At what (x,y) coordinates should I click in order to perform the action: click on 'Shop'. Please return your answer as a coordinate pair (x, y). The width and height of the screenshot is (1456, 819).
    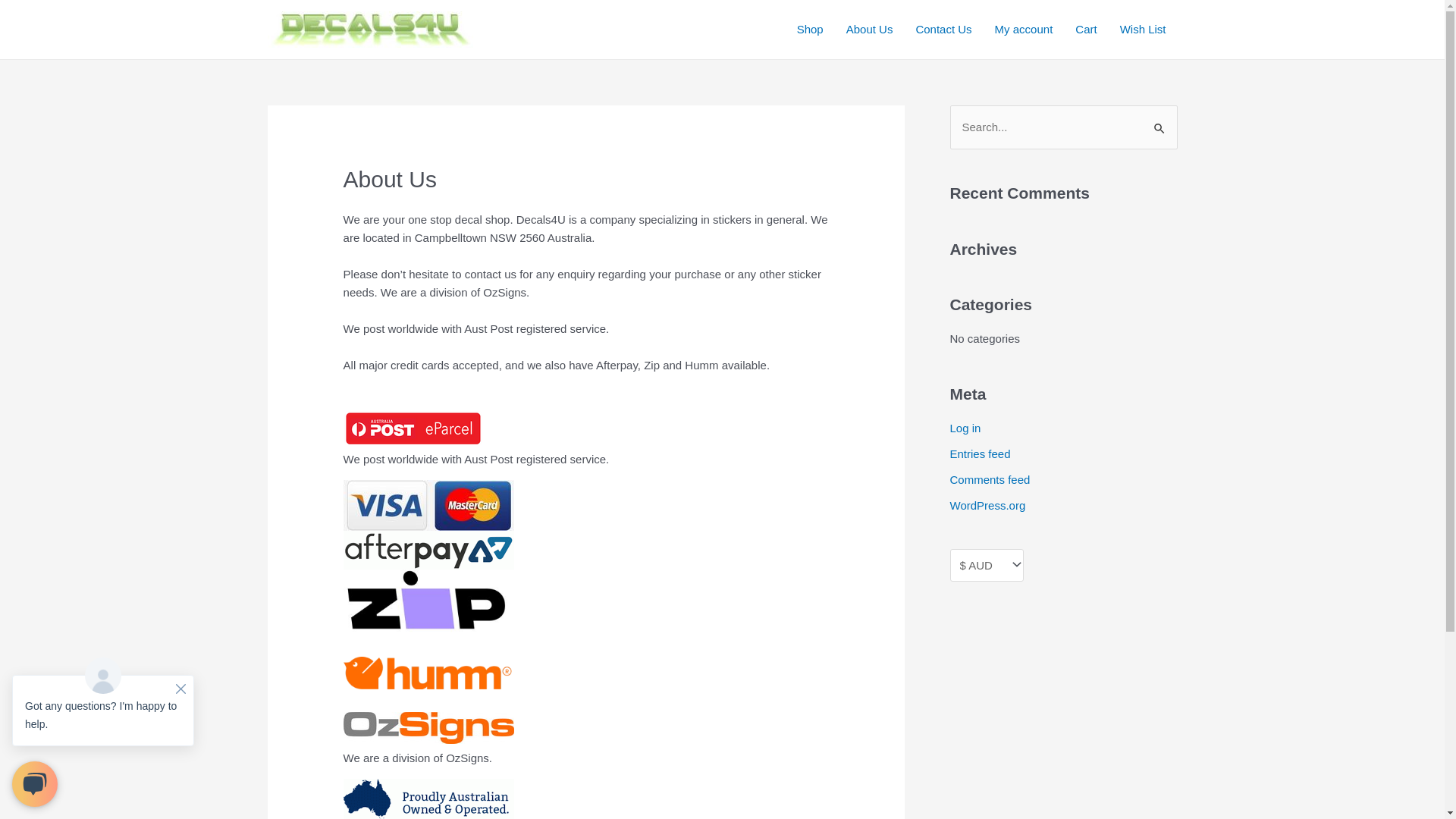
    Looking at the image, I should click on (786, 29).